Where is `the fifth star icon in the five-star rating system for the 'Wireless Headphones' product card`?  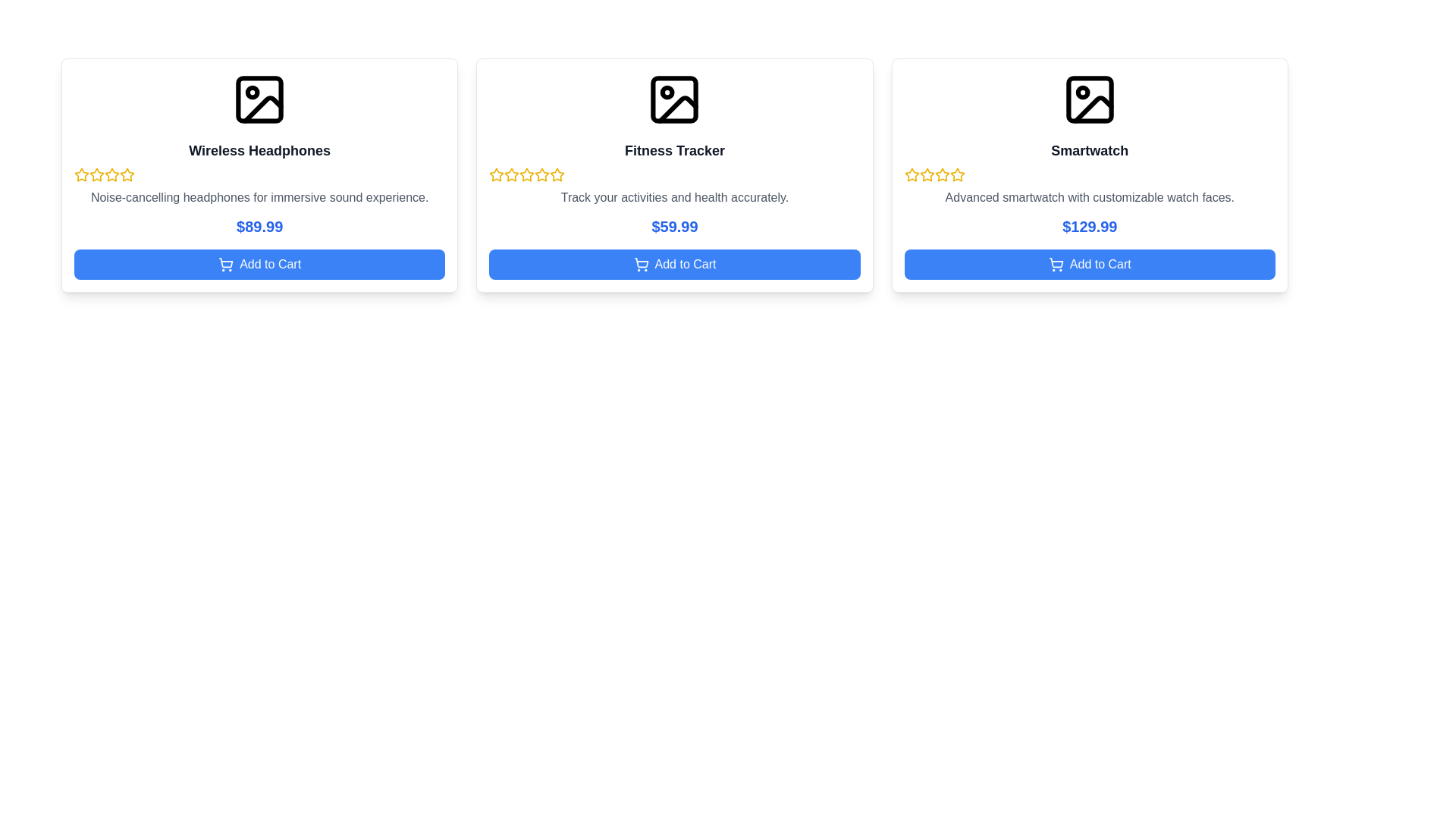
the fifth star icon in the five-star rating system for the 'Wireless Headphones' product card is located at coordinates (127, 174).